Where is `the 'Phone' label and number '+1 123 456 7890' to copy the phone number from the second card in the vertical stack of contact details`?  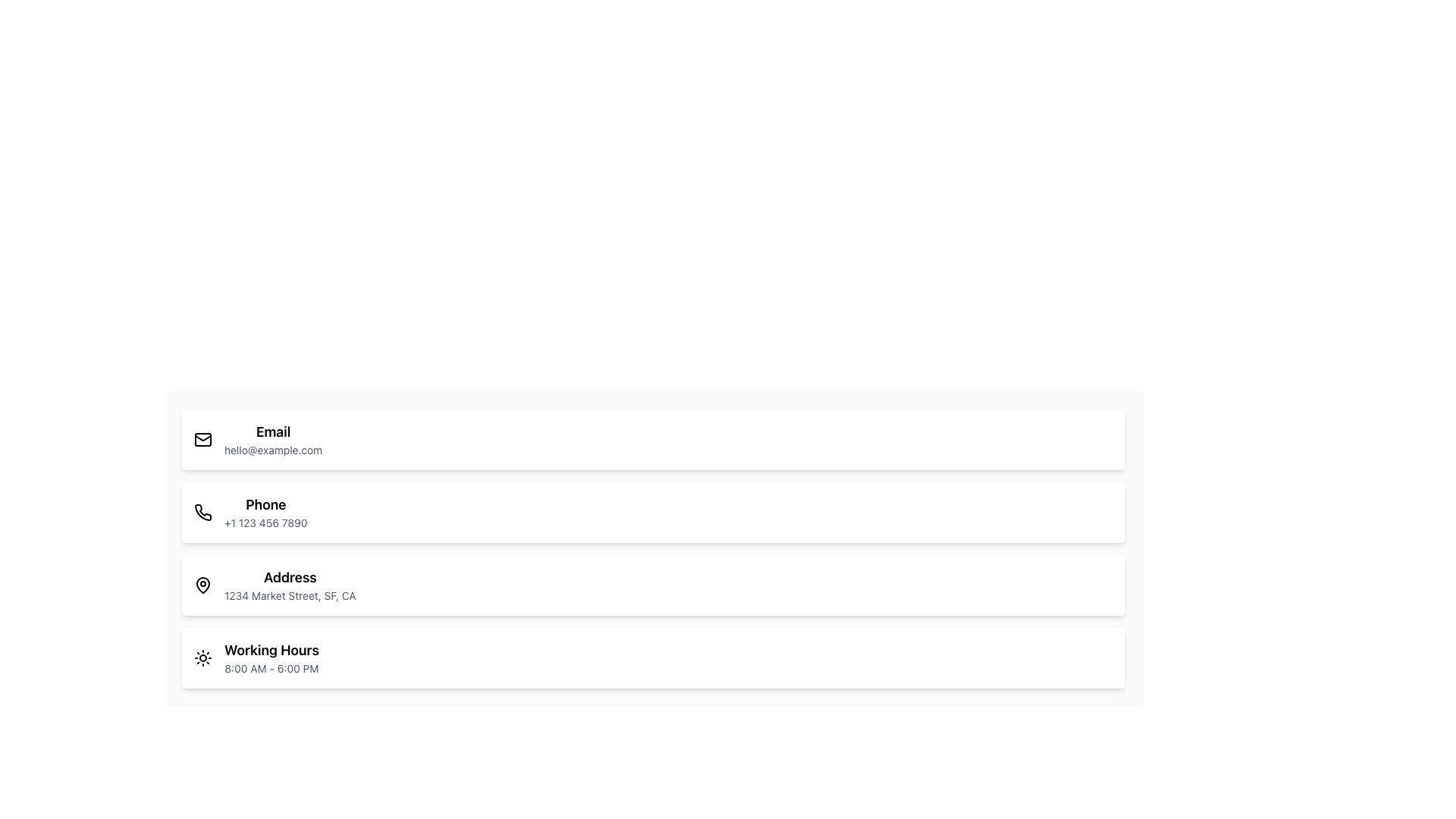 the 'Phone' label and number '+1 123 456 7890' to copy the phone number from the second card in the vertical stack of contact details is located at coordinates (265, 512).